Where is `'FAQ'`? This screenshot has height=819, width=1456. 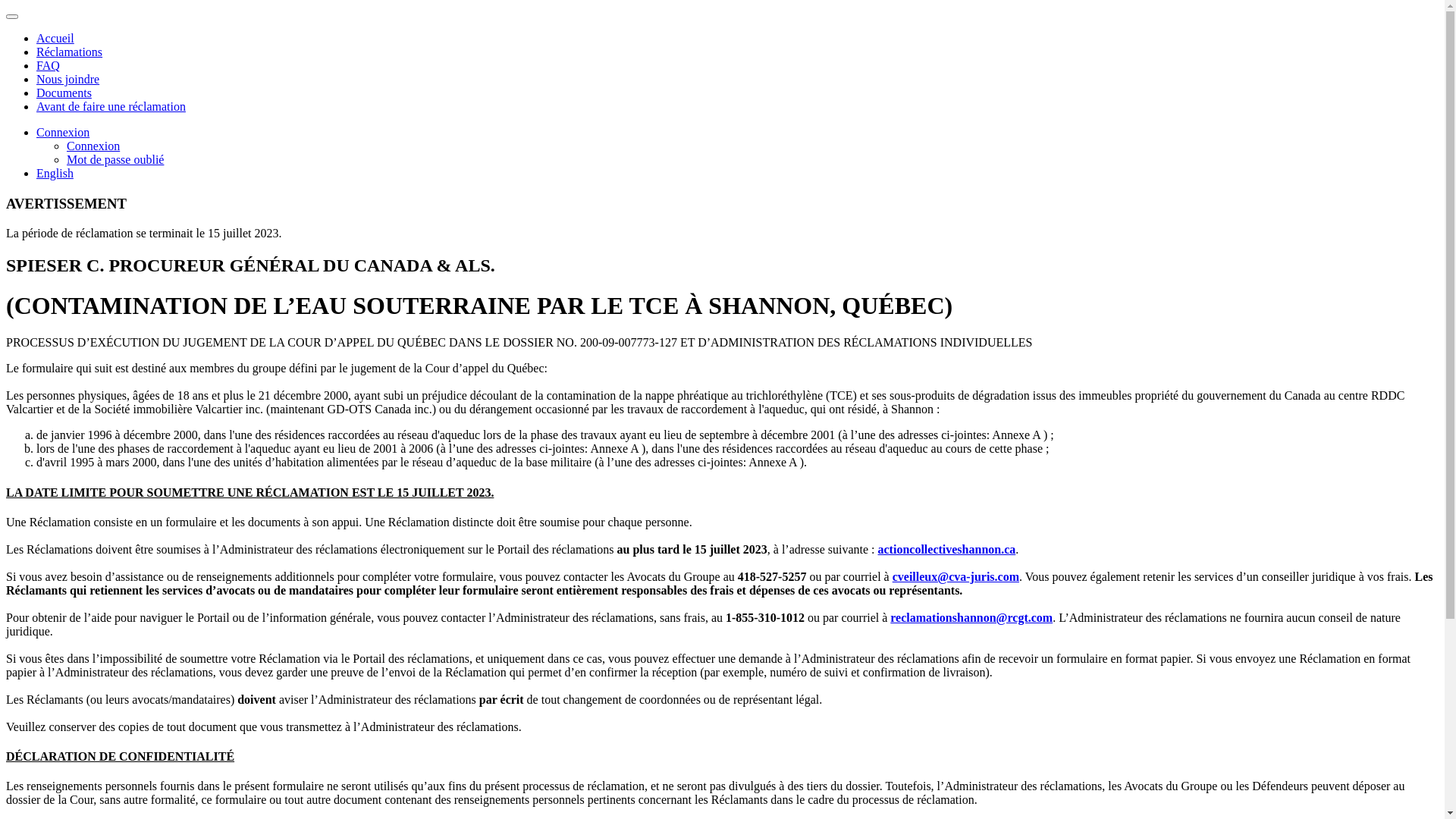 'FAQ' is located at coordinates (48, 64).